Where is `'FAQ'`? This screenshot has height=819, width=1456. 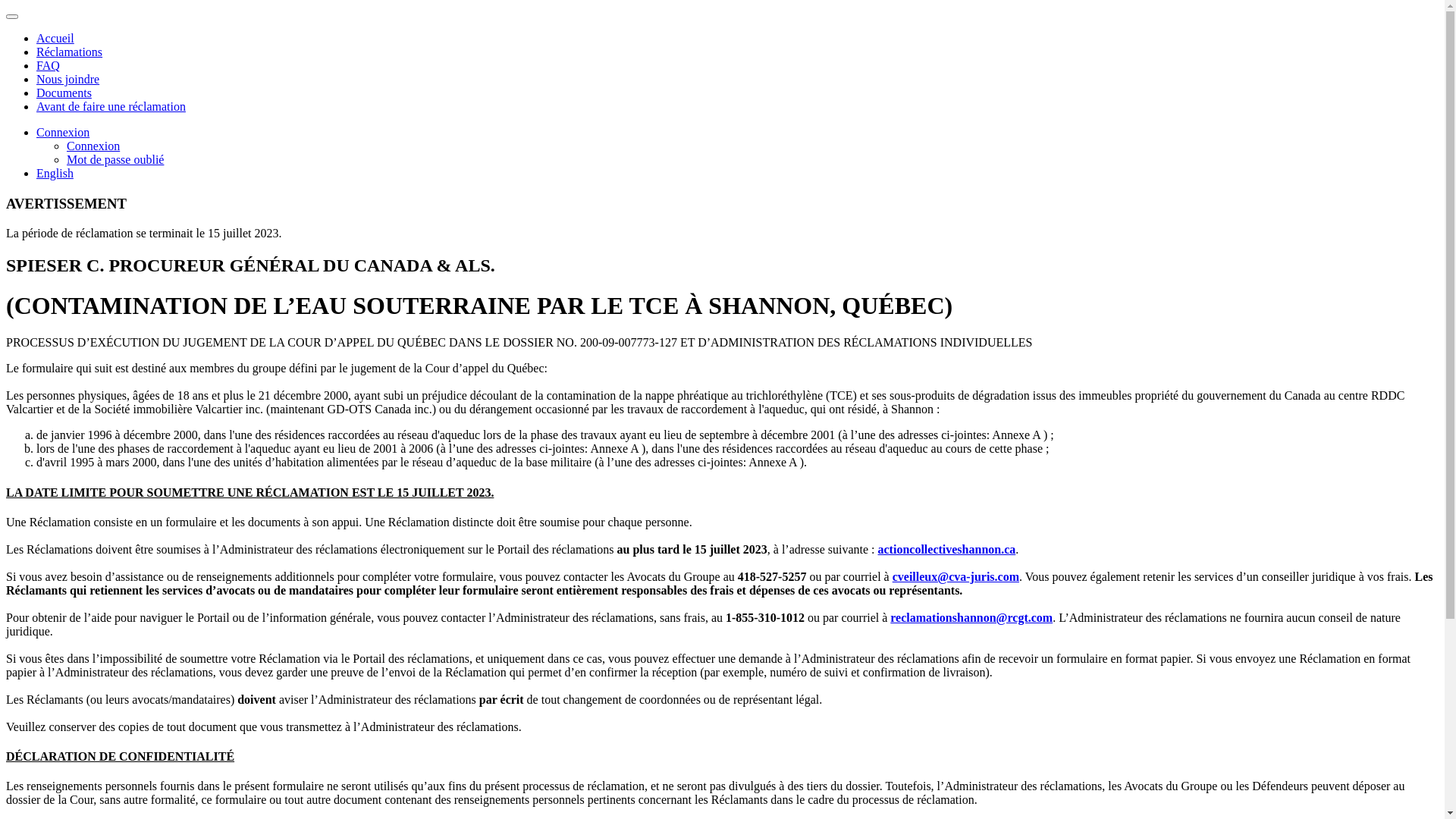 'FAQ' is located at coordinates (48, 64).